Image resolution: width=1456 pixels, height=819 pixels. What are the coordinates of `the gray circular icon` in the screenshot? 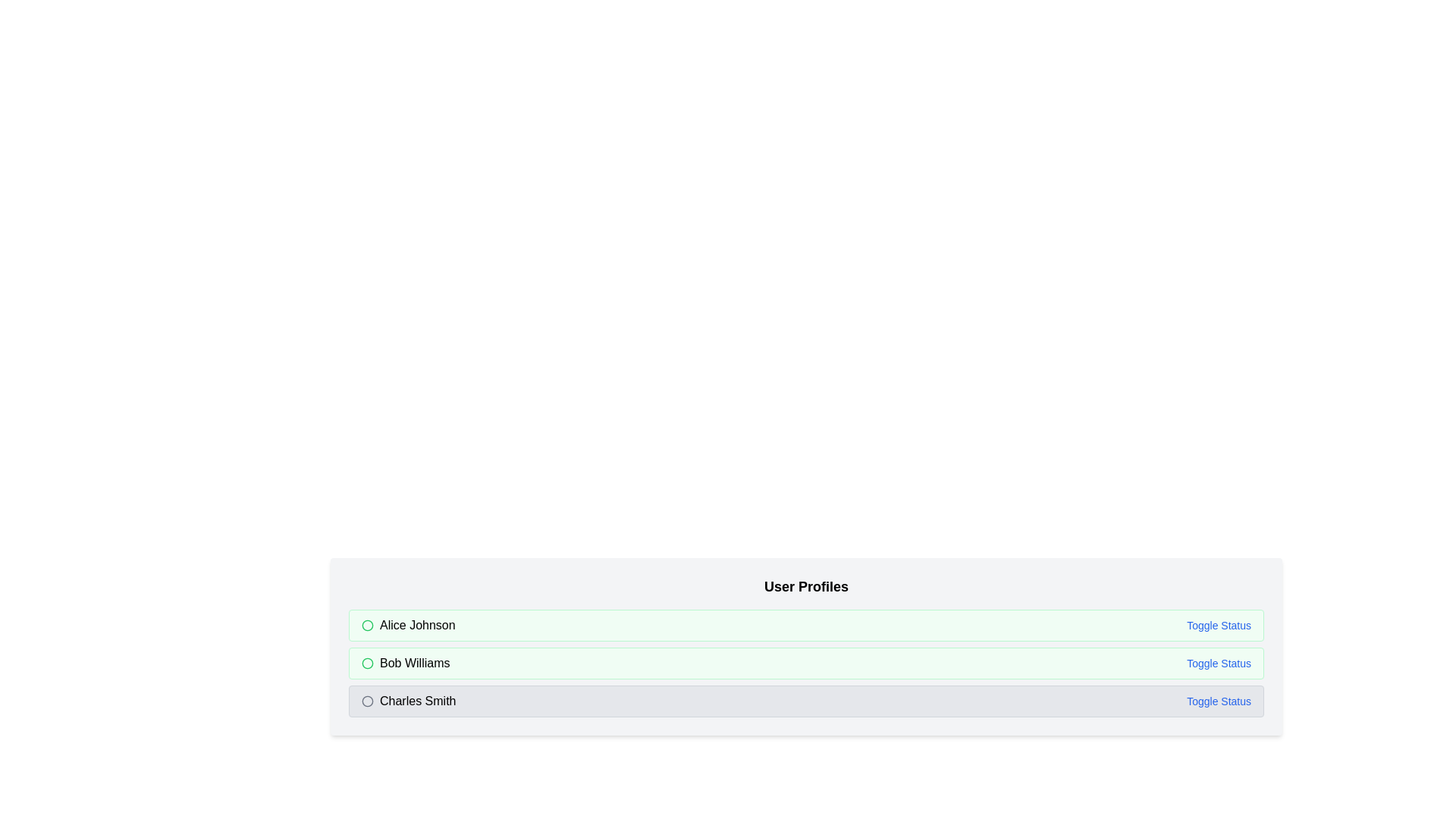 It's located at (367, 701).